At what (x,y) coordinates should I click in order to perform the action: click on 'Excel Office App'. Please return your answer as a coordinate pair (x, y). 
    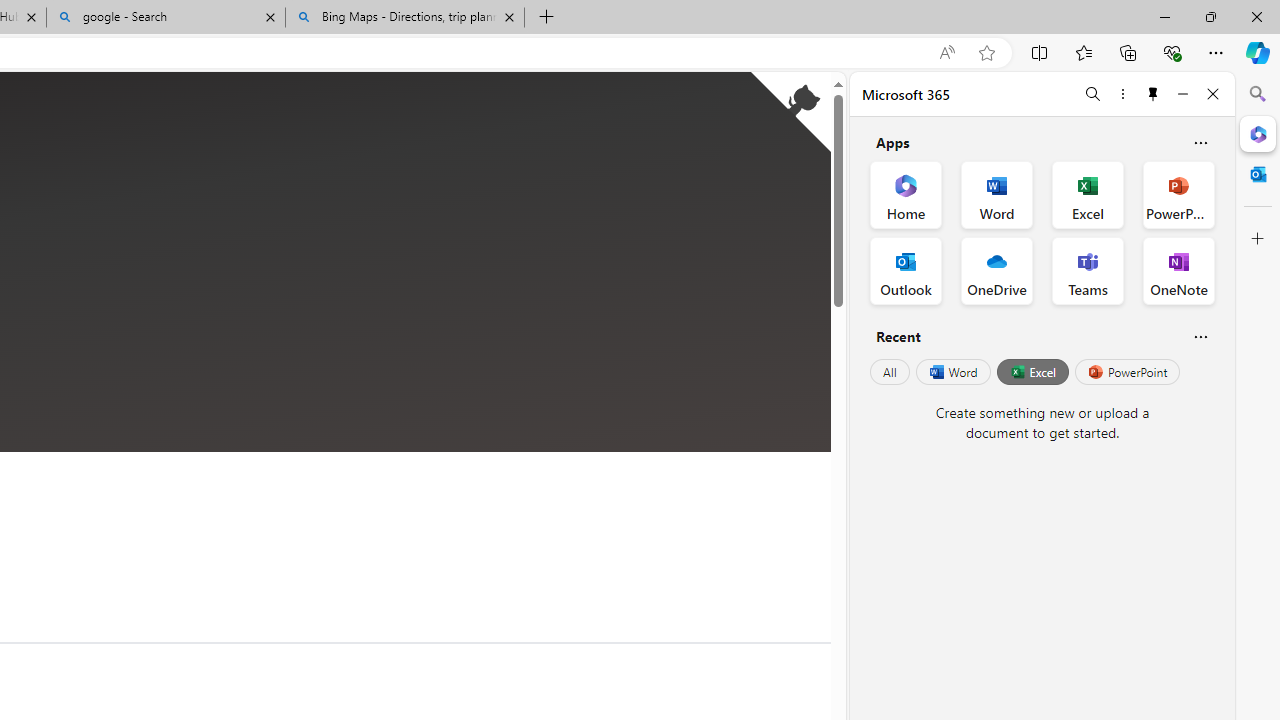
    Looking at the image, I should click on (1087, 195).